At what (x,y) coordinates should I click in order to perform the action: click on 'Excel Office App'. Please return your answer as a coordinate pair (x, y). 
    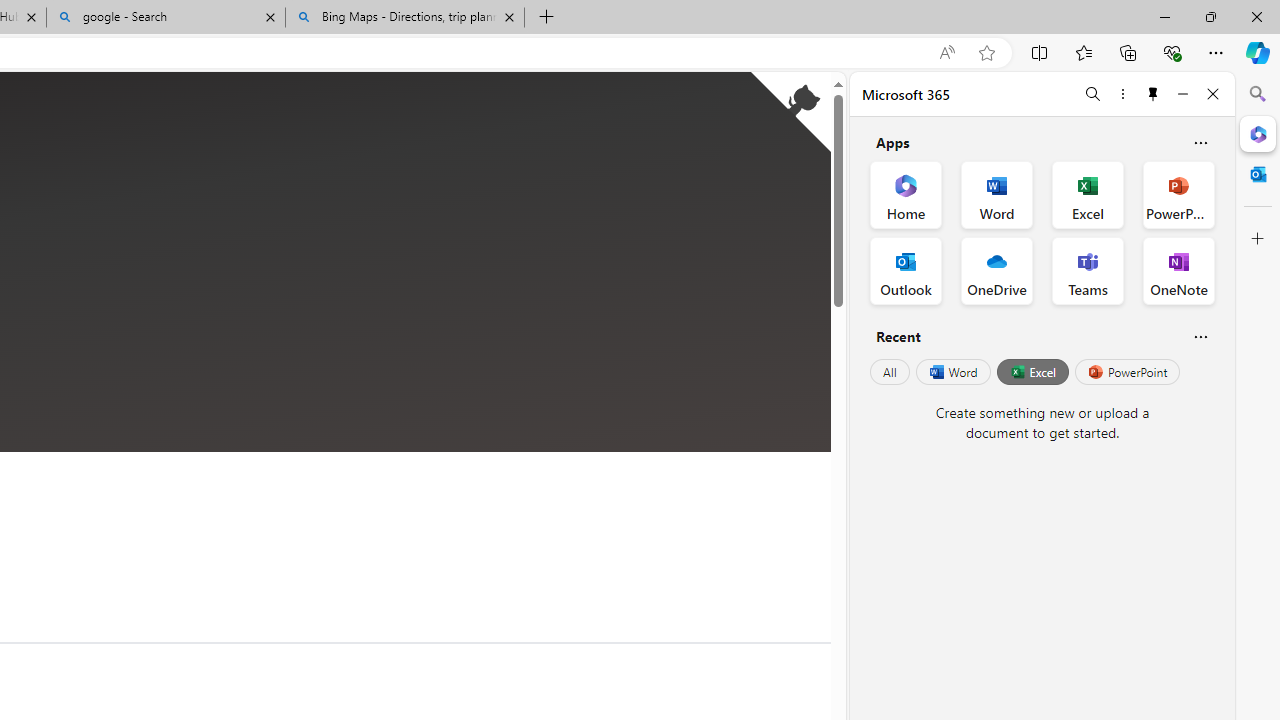
    Looking at the image, I should click on (1087, 195).